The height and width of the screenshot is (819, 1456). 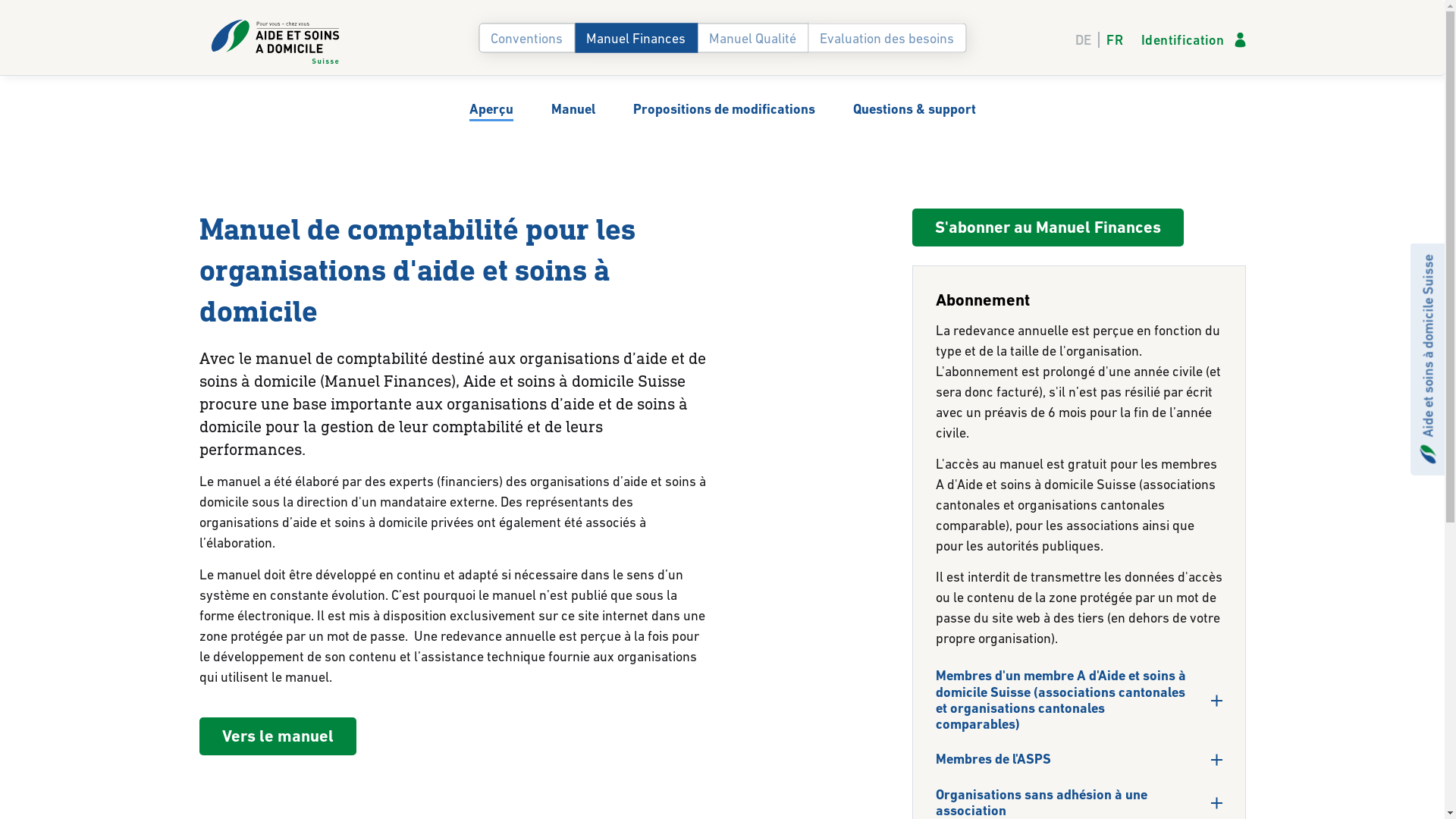 What do you see at coordinates (277, 736) in the screenshot?
I see `'Vers le manuel'` at bounding box center [277, 736].